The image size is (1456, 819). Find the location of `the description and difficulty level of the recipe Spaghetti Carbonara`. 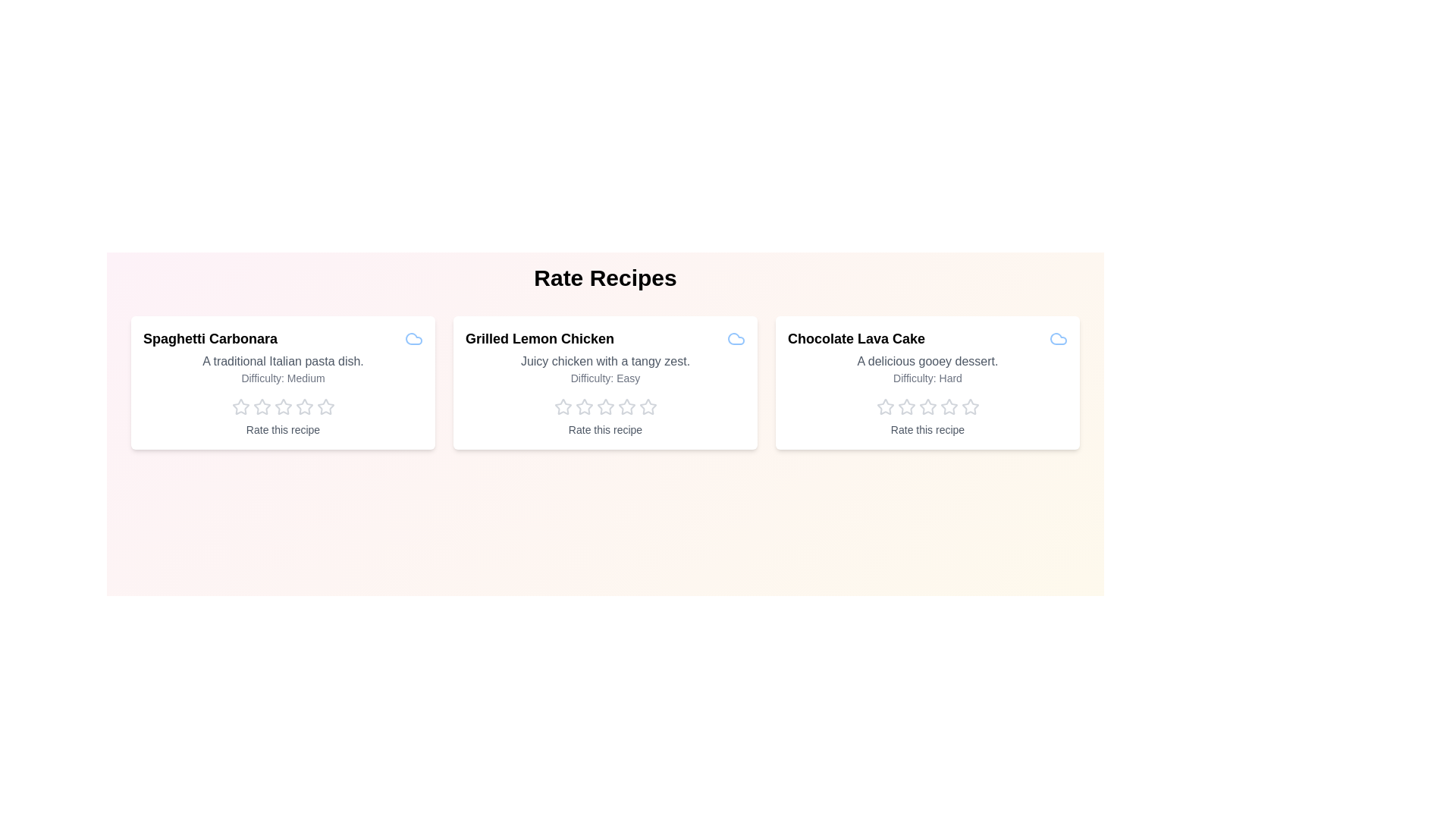

the description and difficulty level of the recipe Spaghetti Carbonara is located at coordinates (283, 362).